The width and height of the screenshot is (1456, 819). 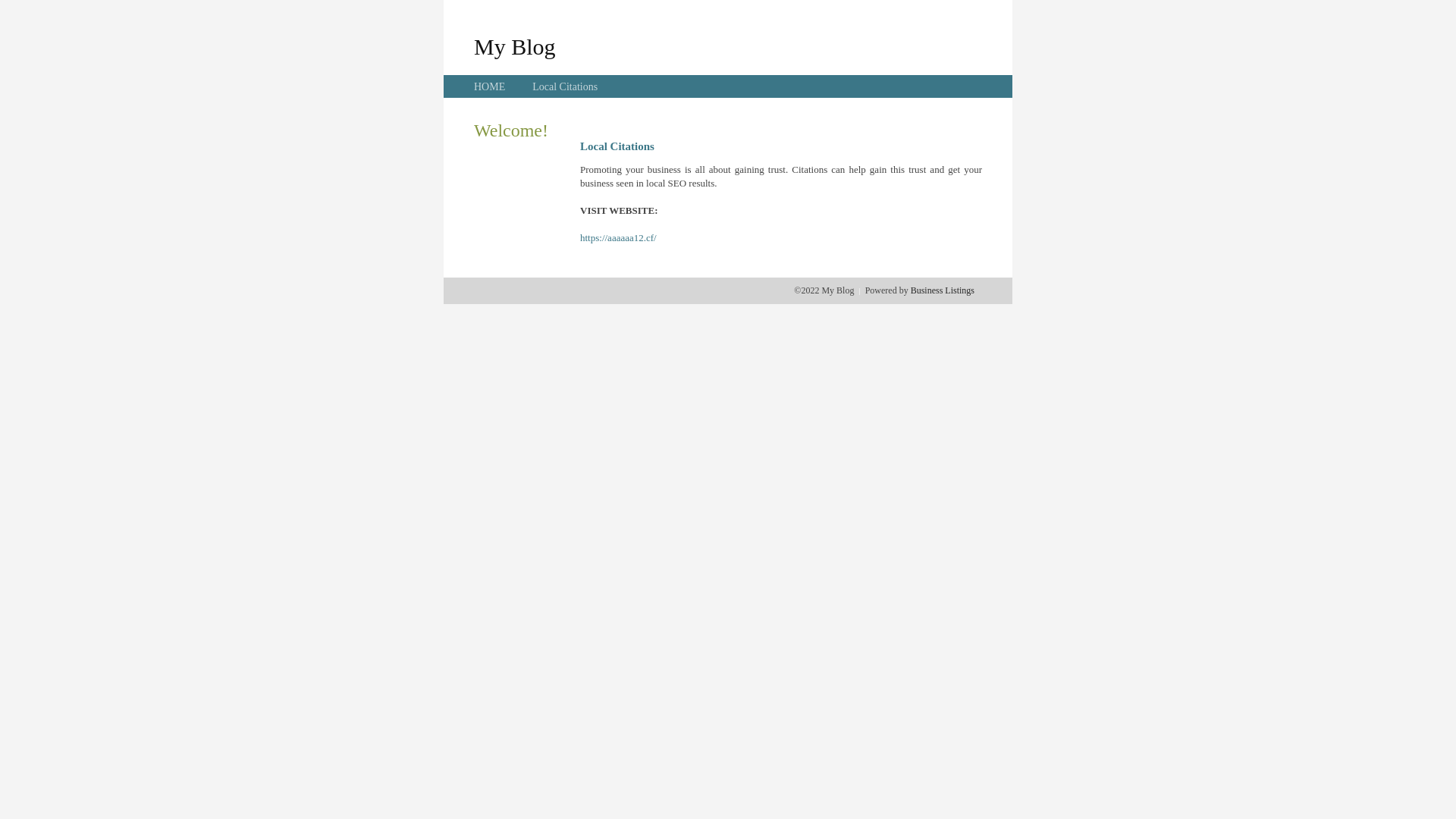 I want to click on 'Business Listings', so click(x=942, y=290).